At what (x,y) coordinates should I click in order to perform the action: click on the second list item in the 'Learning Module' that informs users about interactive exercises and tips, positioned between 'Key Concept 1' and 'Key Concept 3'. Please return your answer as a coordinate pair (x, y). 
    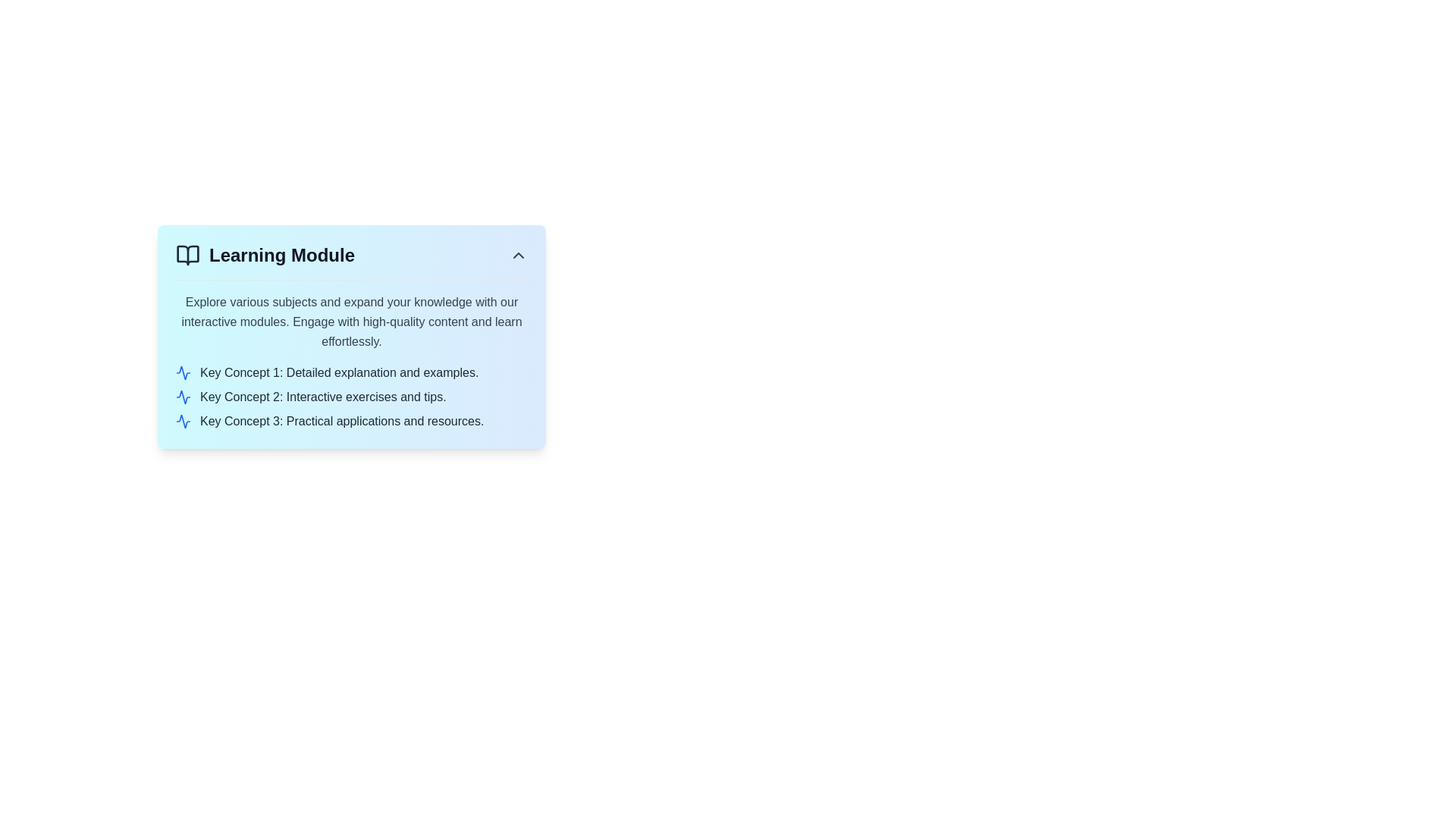
    Looking at the image, I should click on (351, 397).